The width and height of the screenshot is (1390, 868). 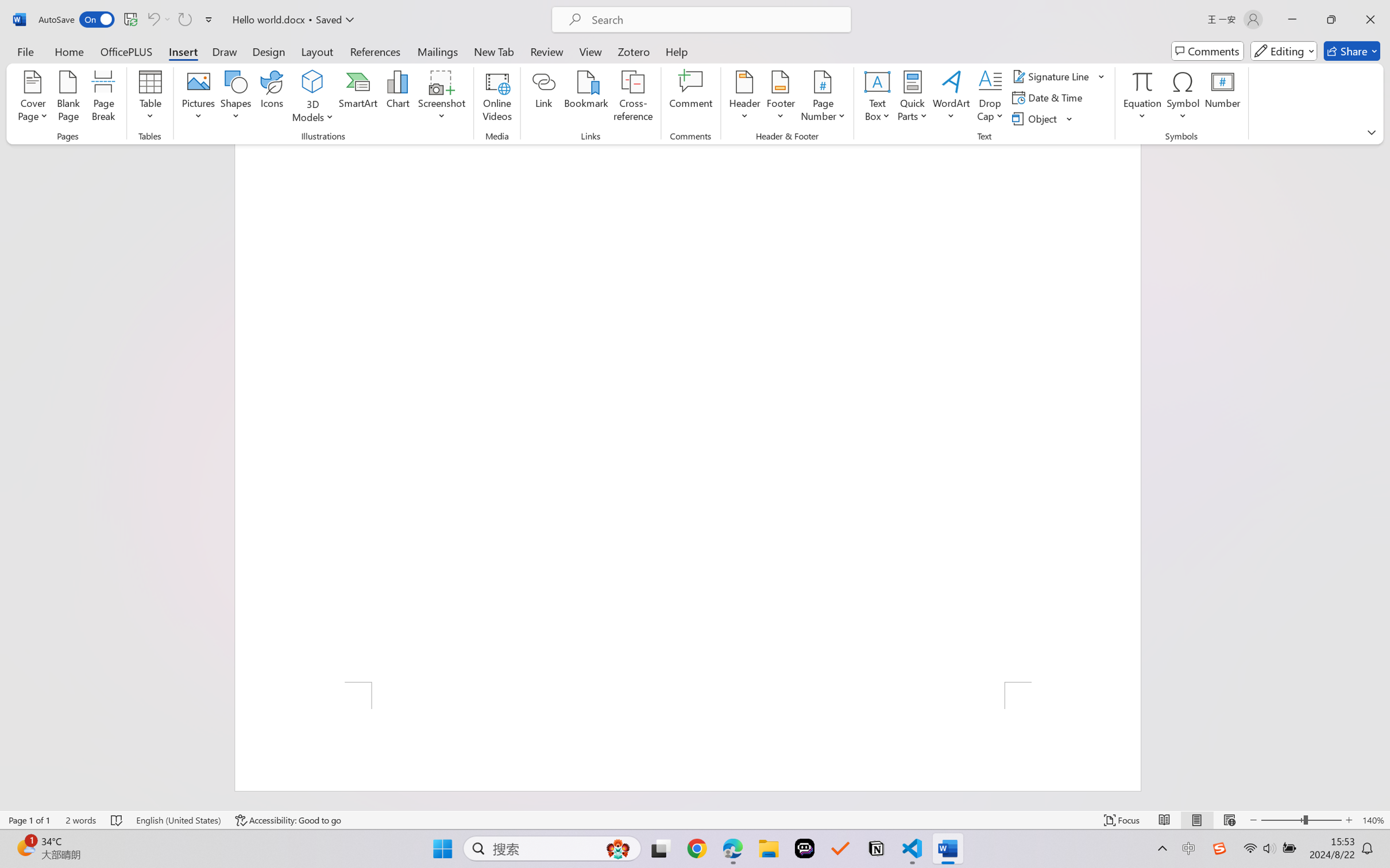 What do you see at coordinates (1370, 19) in the screenshot?
I see `'Close'` at bounding box center [1370, 19].